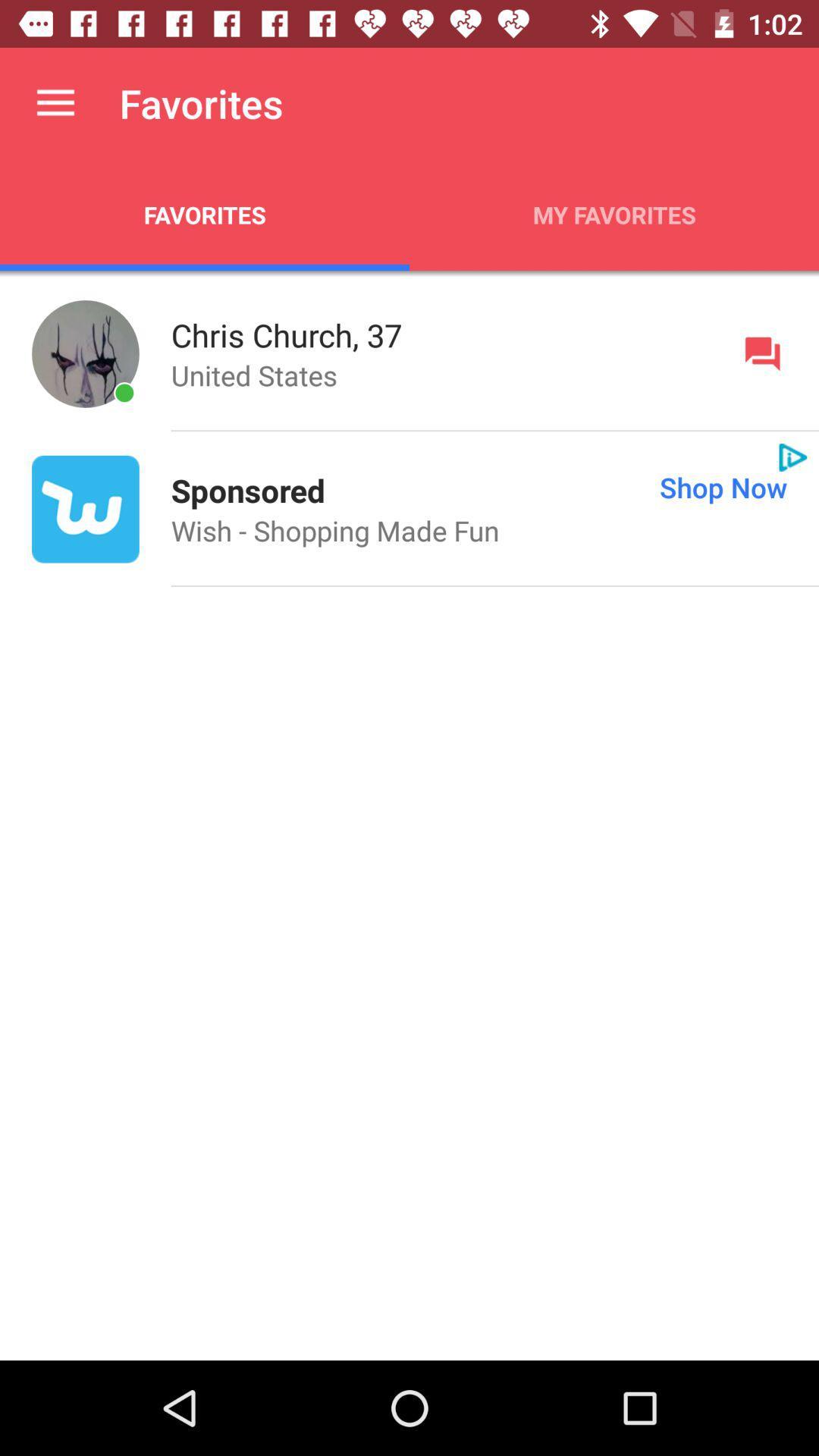 The image size is (819, 1456). What do you see at coordinates (55, 102) in the screenshot?
I see `app next to favorites icon` at bounding box center [55, 102].